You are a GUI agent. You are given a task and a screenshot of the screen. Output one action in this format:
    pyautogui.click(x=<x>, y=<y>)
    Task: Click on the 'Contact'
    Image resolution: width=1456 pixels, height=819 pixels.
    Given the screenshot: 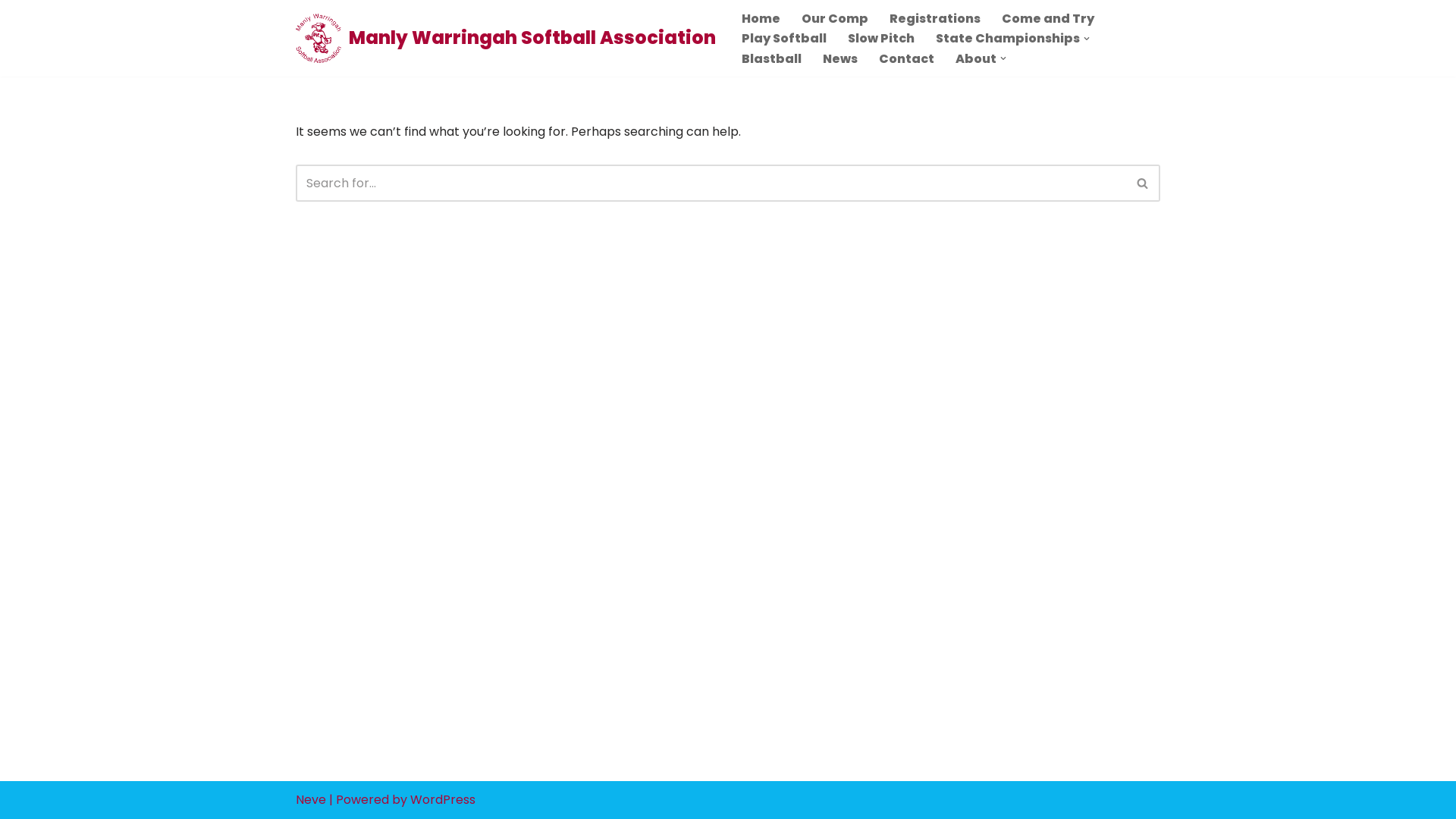 What is the action you would take?
    pyautogui.click(x=906, y=58)
    